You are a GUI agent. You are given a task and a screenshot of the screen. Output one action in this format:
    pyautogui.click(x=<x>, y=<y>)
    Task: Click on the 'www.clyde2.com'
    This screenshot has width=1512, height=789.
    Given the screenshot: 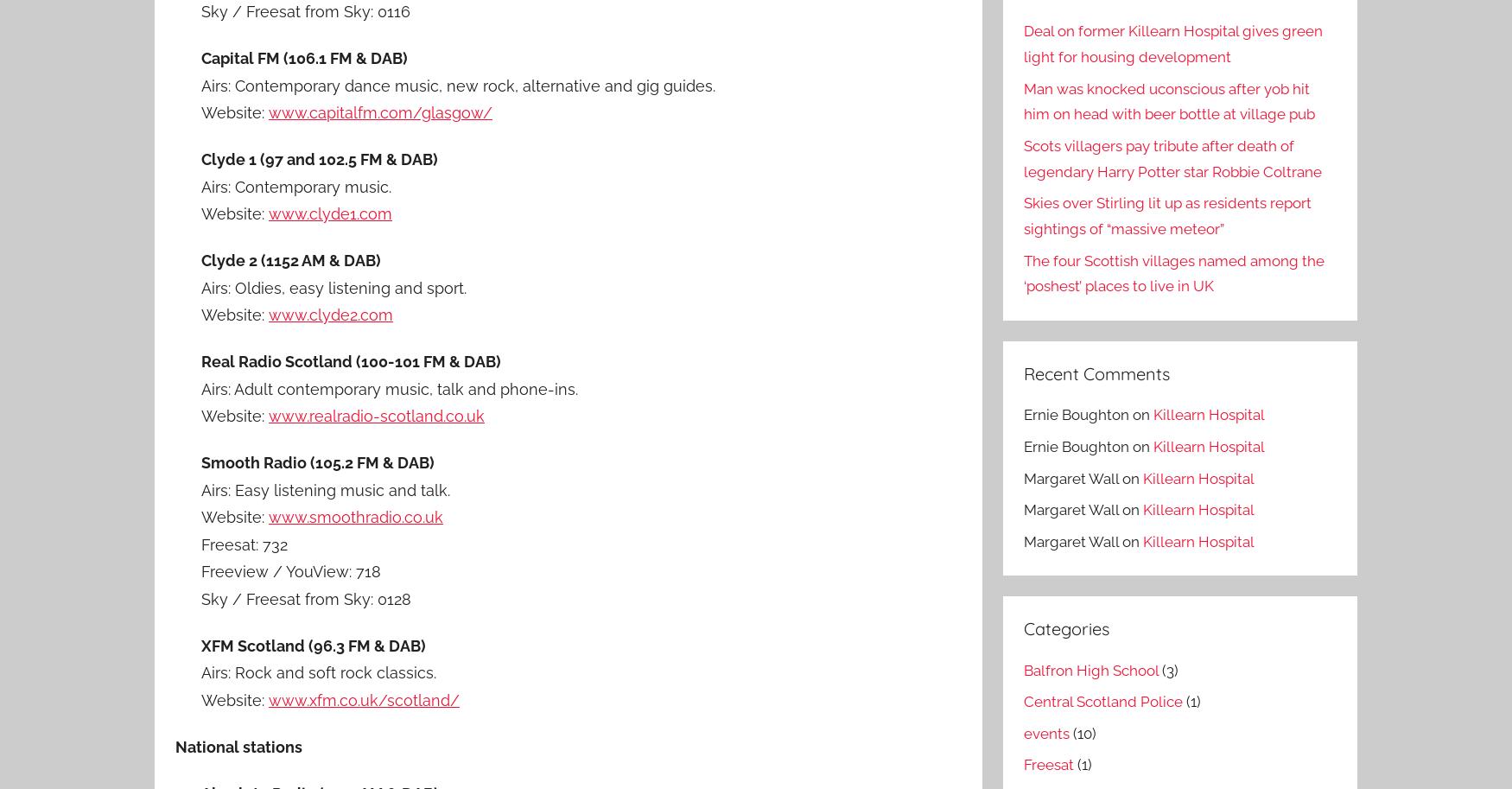 What is the action you would take?
    pyautogui.click(x=330, y=315)
    